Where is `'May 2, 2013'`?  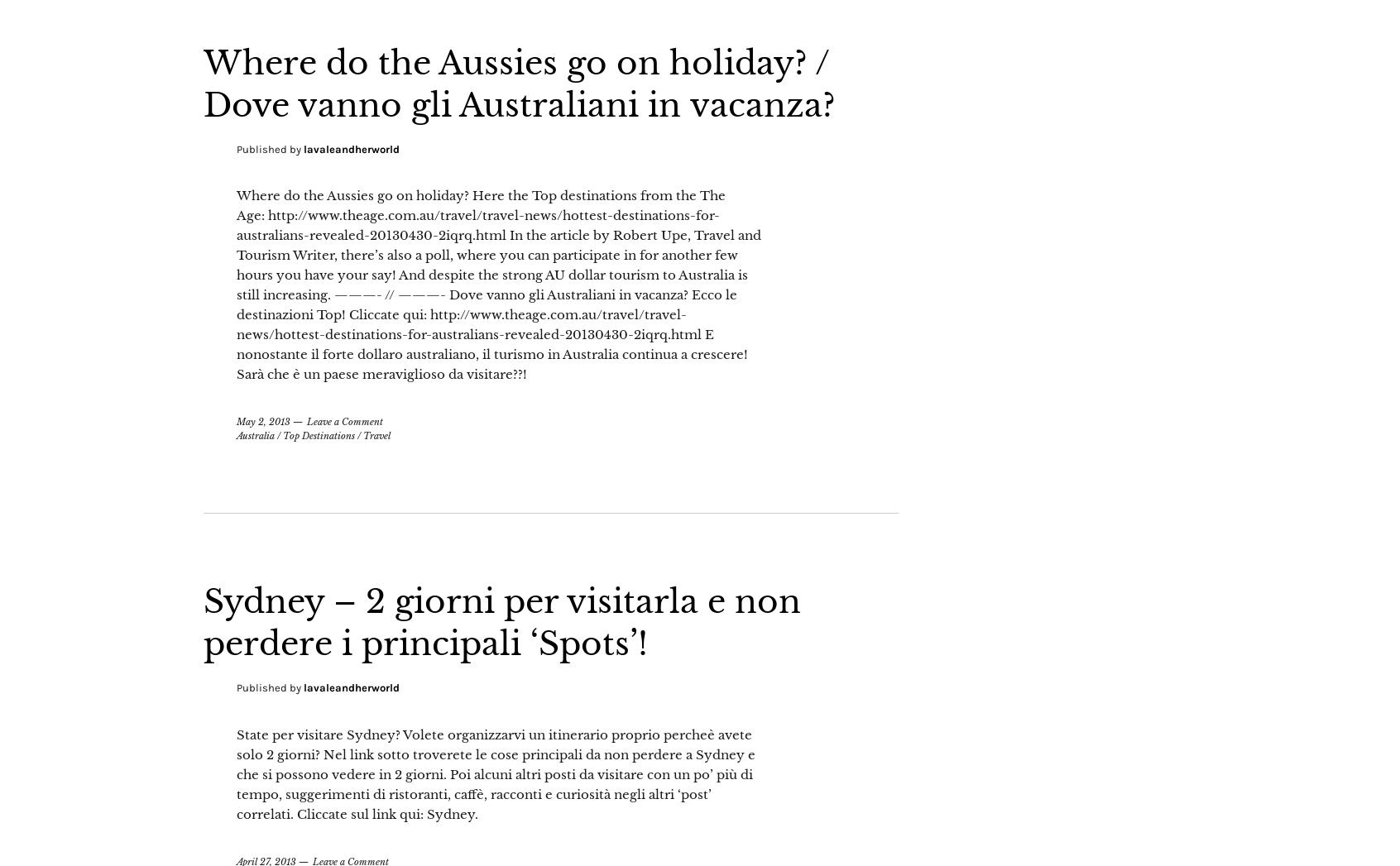 'May 2, 2013' is located at coordinates (235, 463).